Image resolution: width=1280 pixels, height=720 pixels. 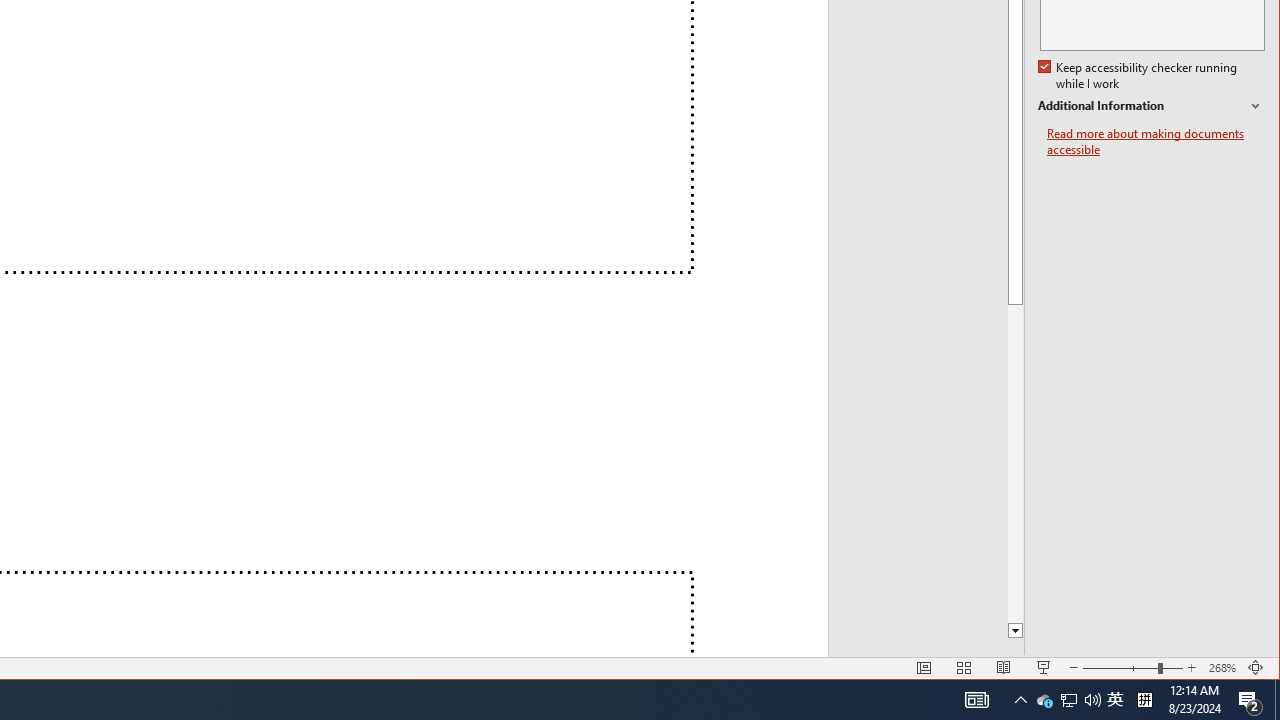 I want to click on 'Keep accessibility checker running while I work', so click(x=1139, y=75).